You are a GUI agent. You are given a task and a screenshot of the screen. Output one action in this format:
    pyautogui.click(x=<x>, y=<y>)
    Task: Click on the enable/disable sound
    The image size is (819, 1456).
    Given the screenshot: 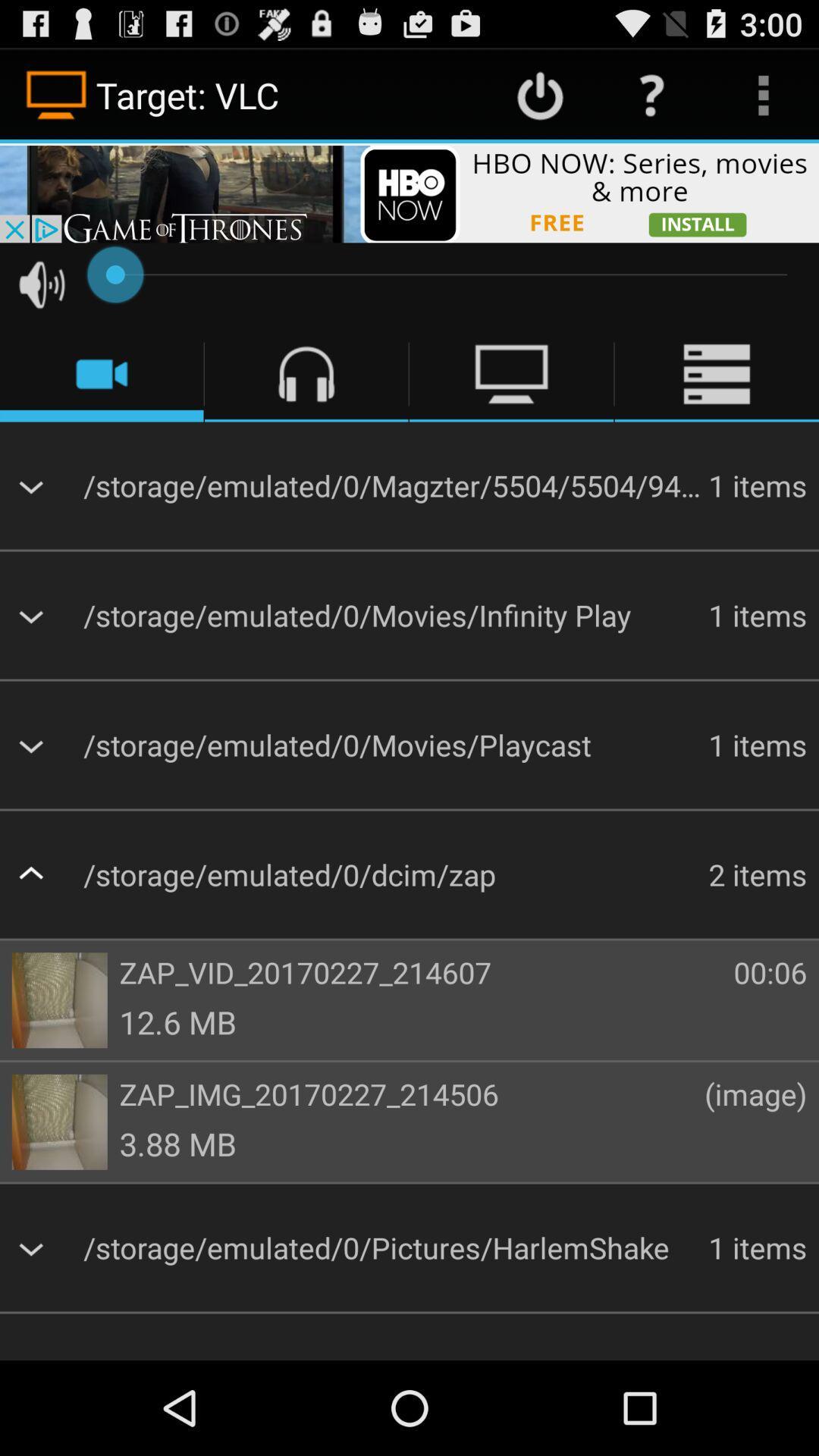 What is the action you would take?
    pyautogui.click(x=41, y=284)
    